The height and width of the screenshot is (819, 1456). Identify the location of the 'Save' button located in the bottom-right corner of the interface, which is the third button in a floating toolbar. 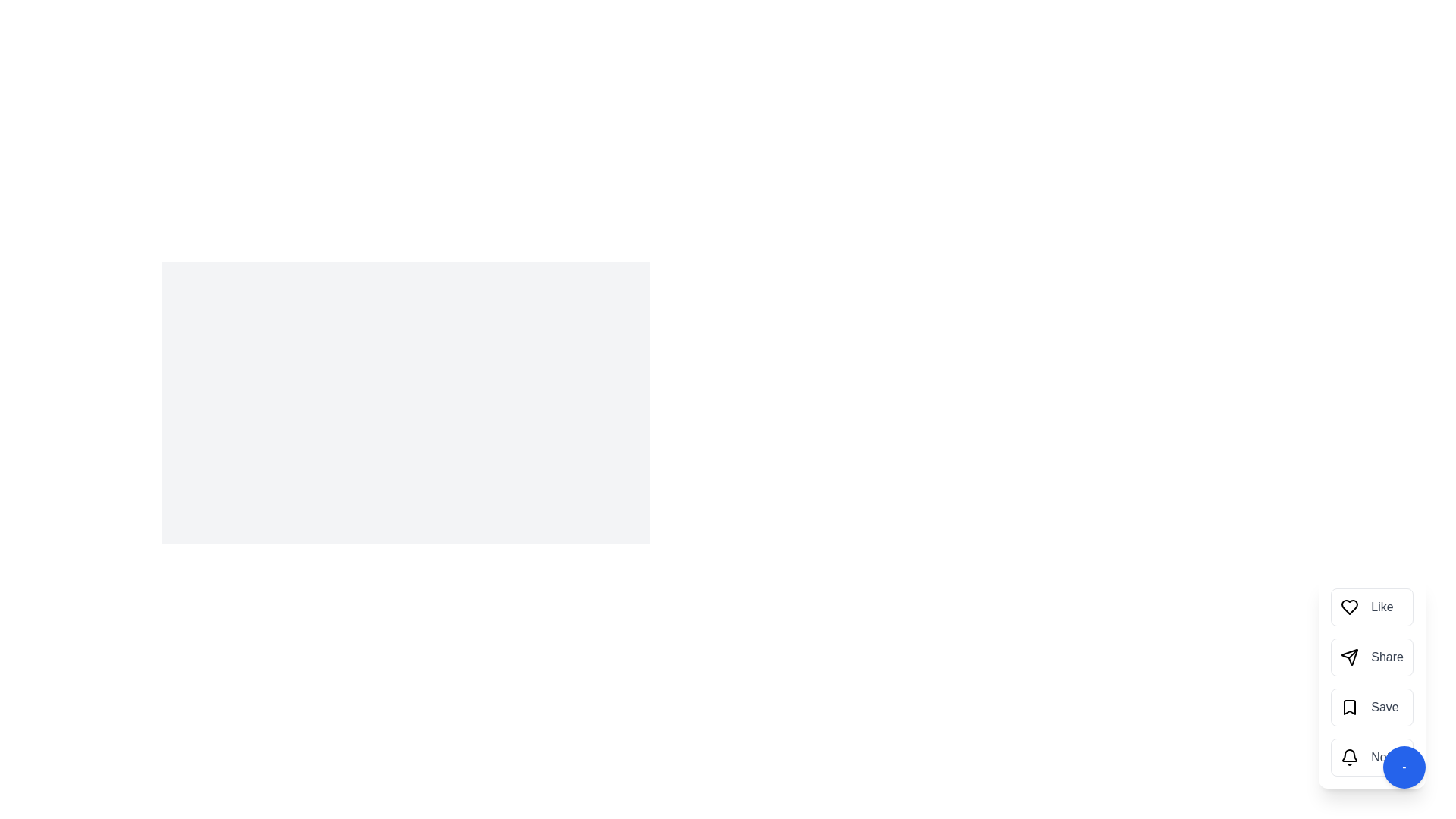
(1372, 681).